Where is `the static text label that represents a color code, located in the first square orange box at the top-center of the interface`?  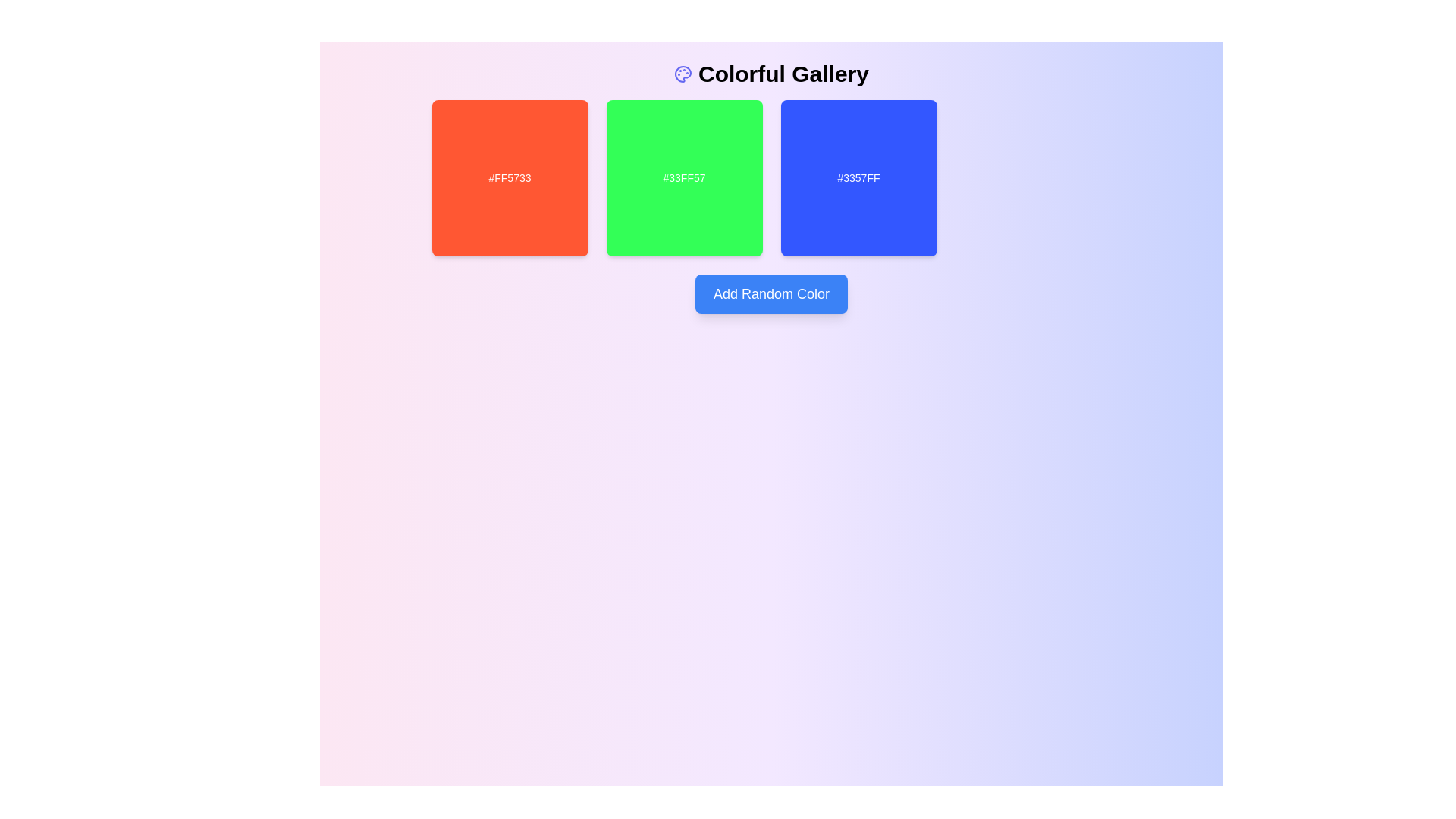 the static text label that represents a color code, located in the first square orange box at the top-center of the interface is located at coordinates (510, 177).